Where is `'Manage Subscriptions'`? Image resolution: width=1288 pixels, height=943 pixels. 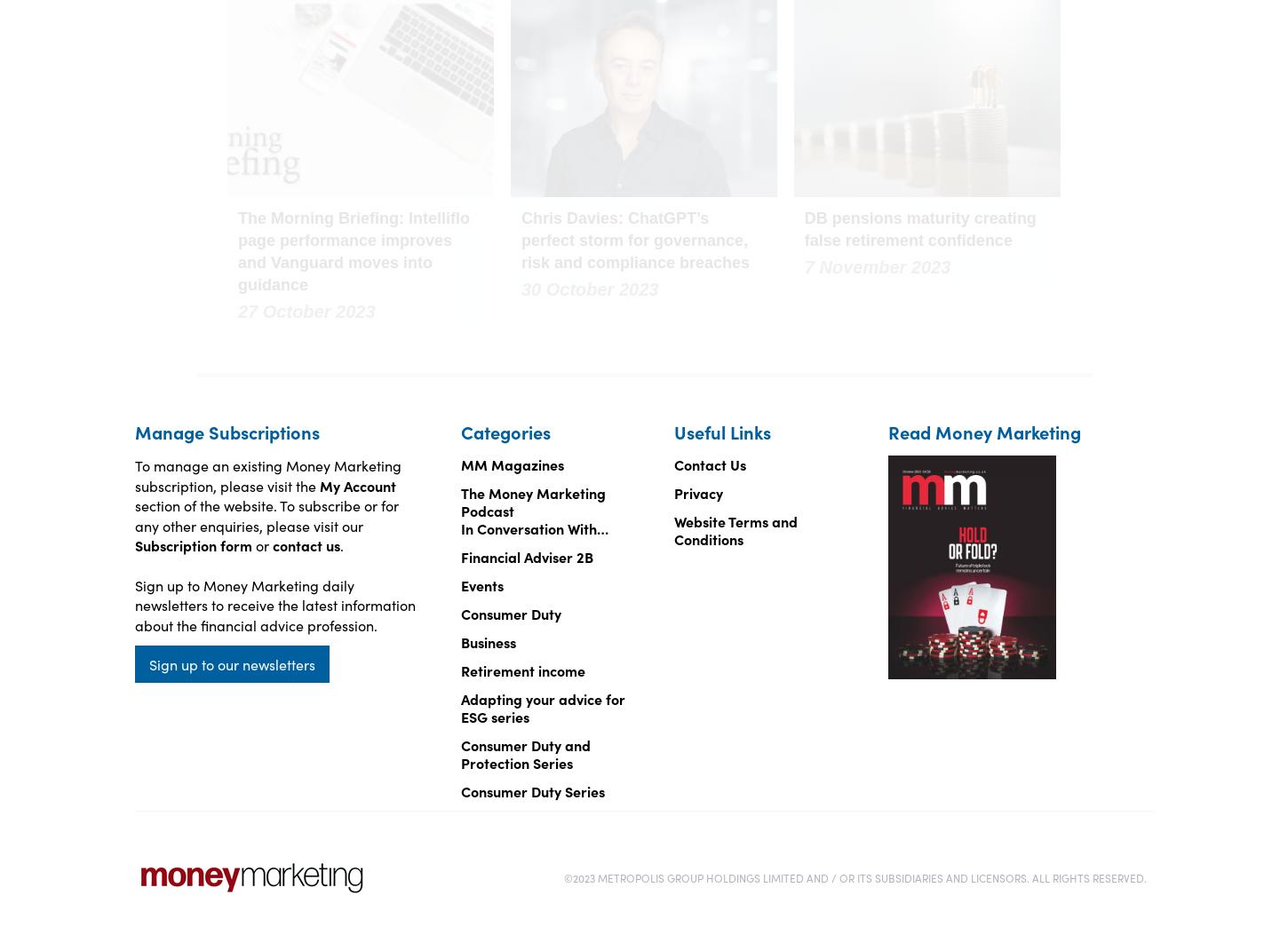
'Manage Subscriptions' is located at coordinates (227, 430).